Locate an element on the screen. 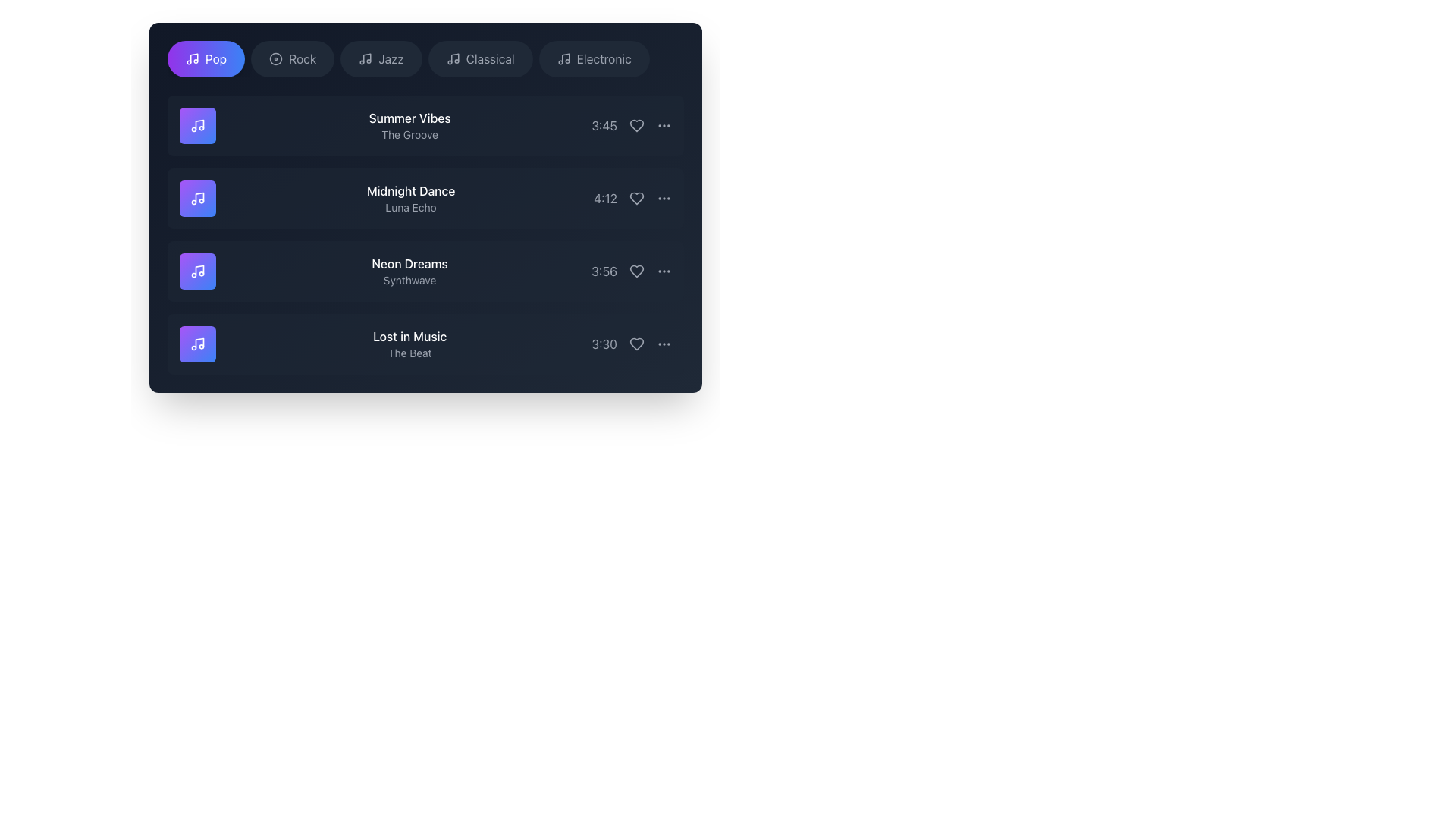 The width and height of the screenshot is (1456, 819). the ellipsis icon button, which consists of three horizontally aligned dots, located at the far right of the 'Lost in Music' track item is located at coordinates (664, 344).